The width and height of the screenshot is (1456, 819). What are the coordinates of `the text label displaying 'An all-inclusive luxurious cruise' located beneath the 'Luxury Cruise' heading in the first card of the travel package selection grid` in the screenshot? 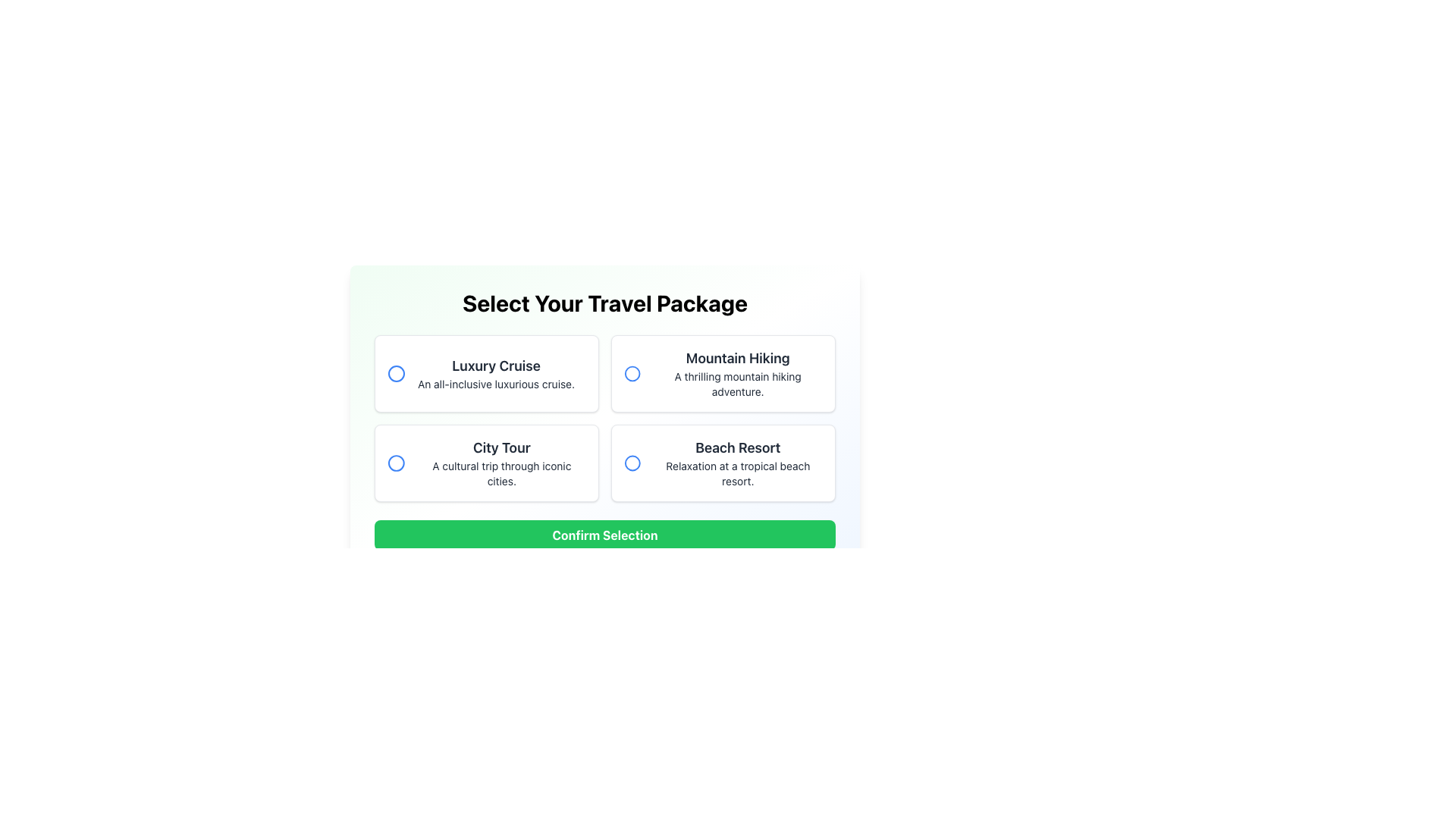 It's located at (496, 383).